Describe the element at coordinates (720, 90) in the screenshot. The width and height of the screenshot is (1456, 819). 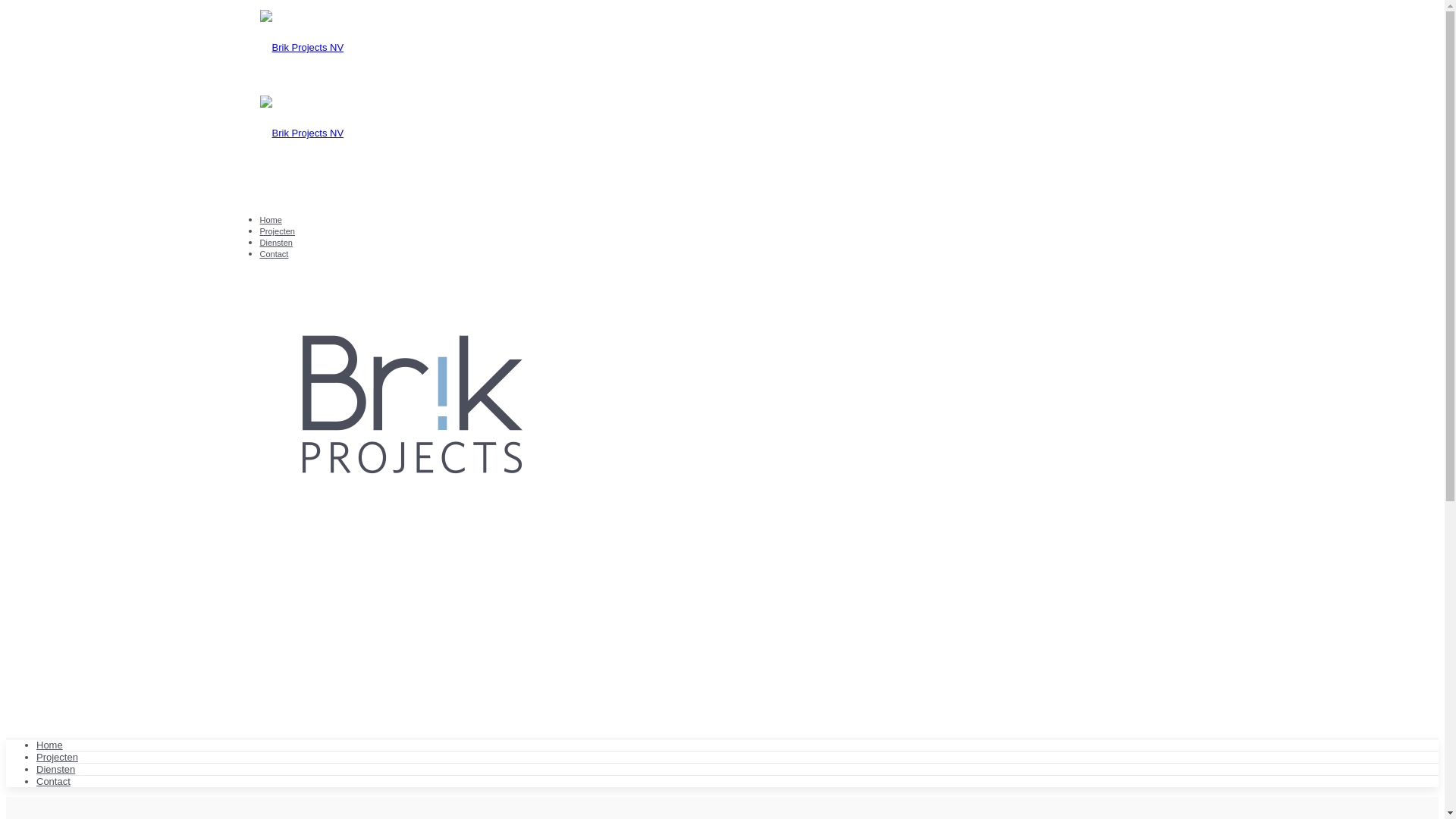
I see `'Brik Projects NV` at that location.